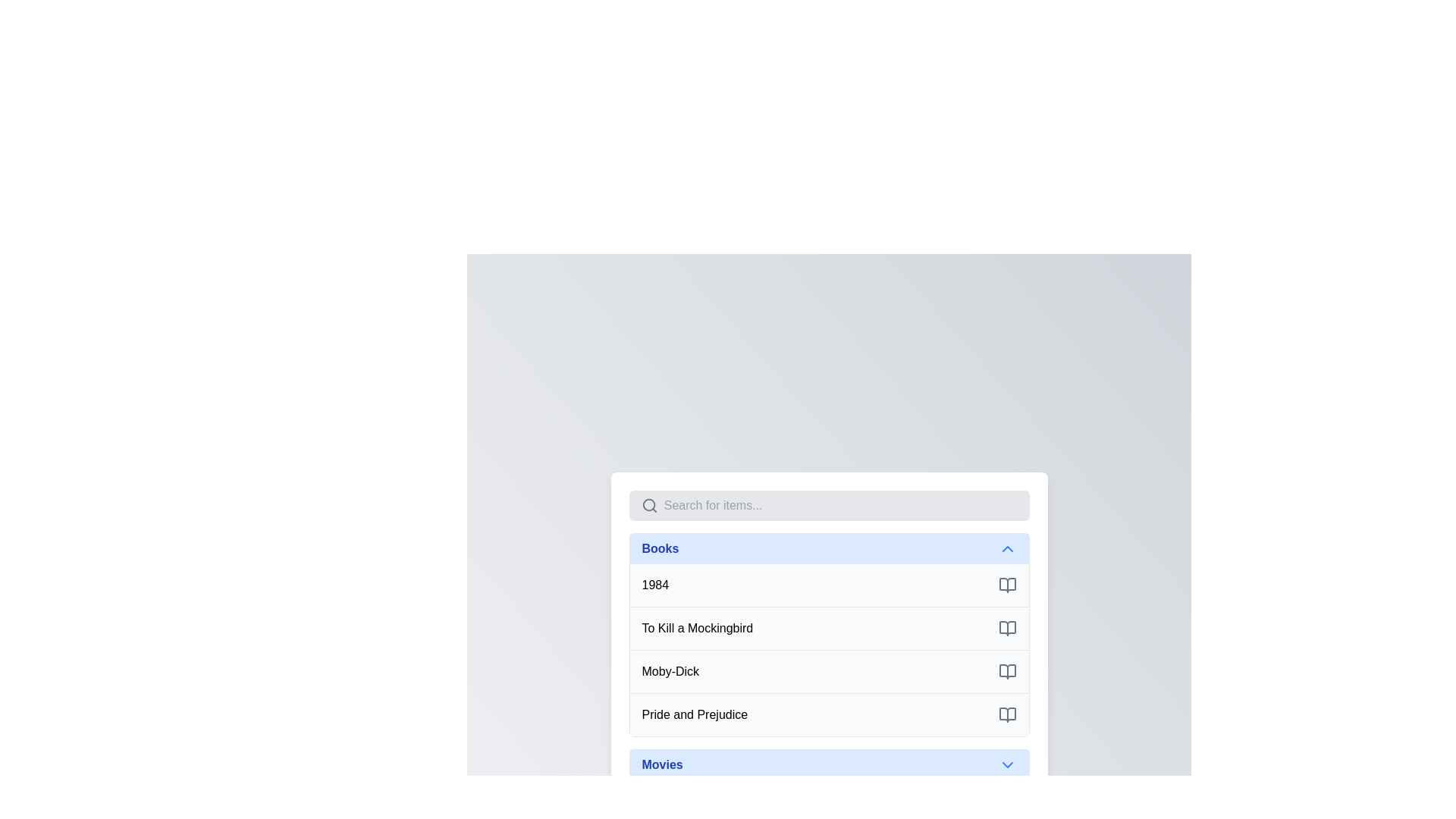 The width and height of the screenshot is (1456, 819). Describe the element at coordinates (1007, 584) in the screenshot. I see `the toggle button icon for bookmarking the entry labeled '1984' in the 'Books' section` at that location.